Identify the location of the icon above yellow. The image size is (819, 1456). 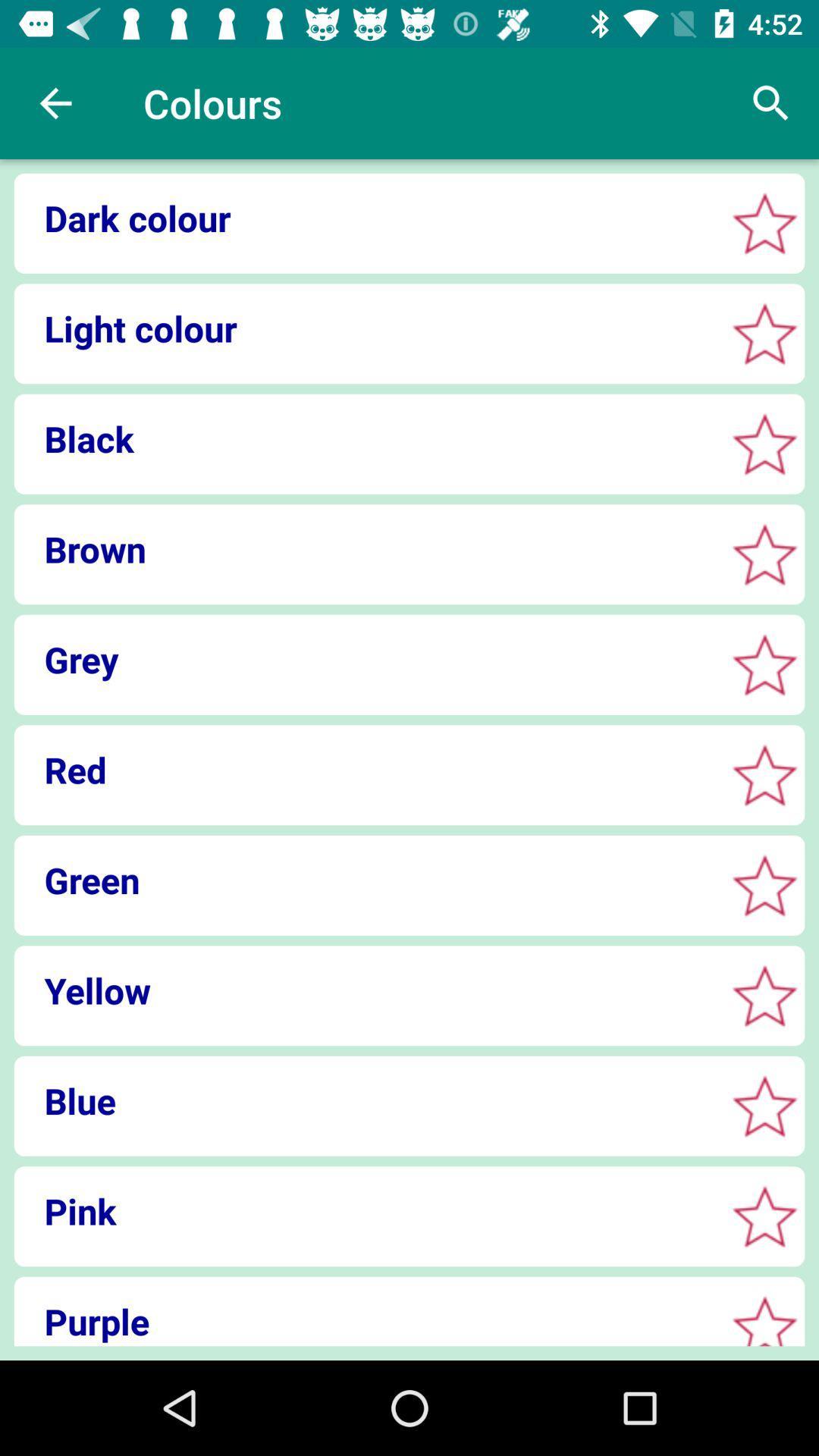
(365, 880).